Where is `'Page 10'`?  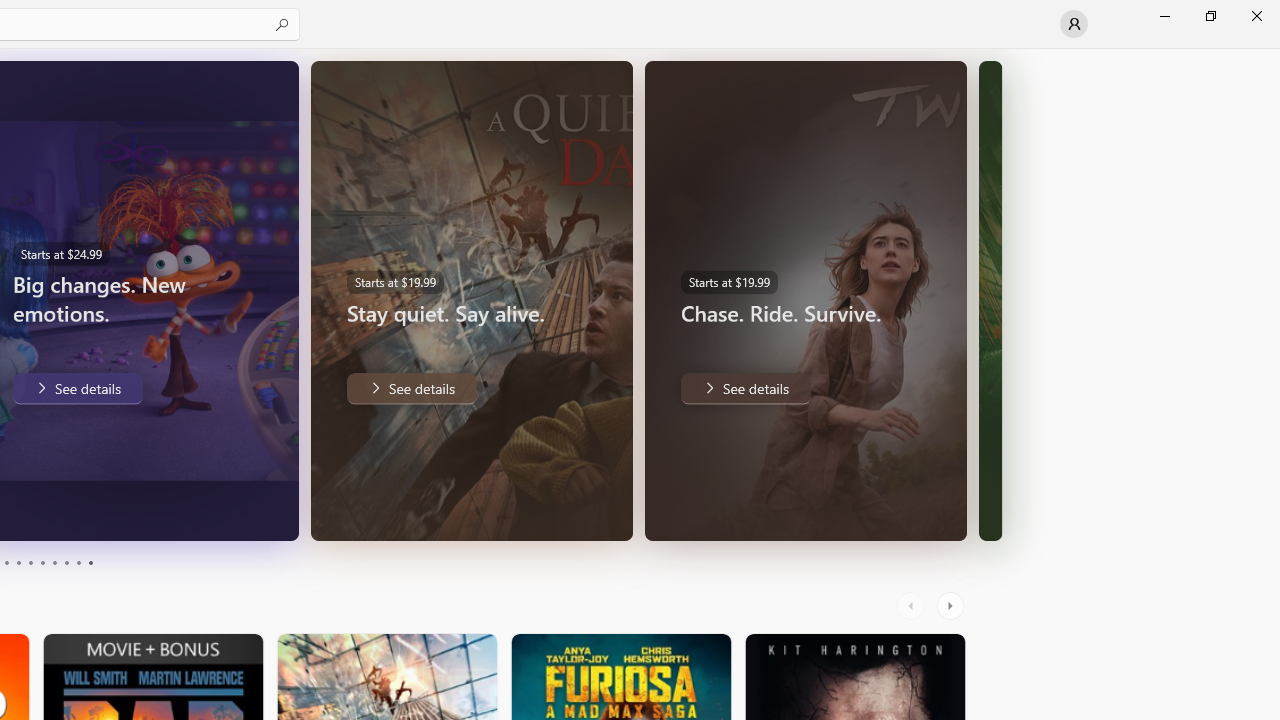
'Page 10' is located at coordinates (89, 563).